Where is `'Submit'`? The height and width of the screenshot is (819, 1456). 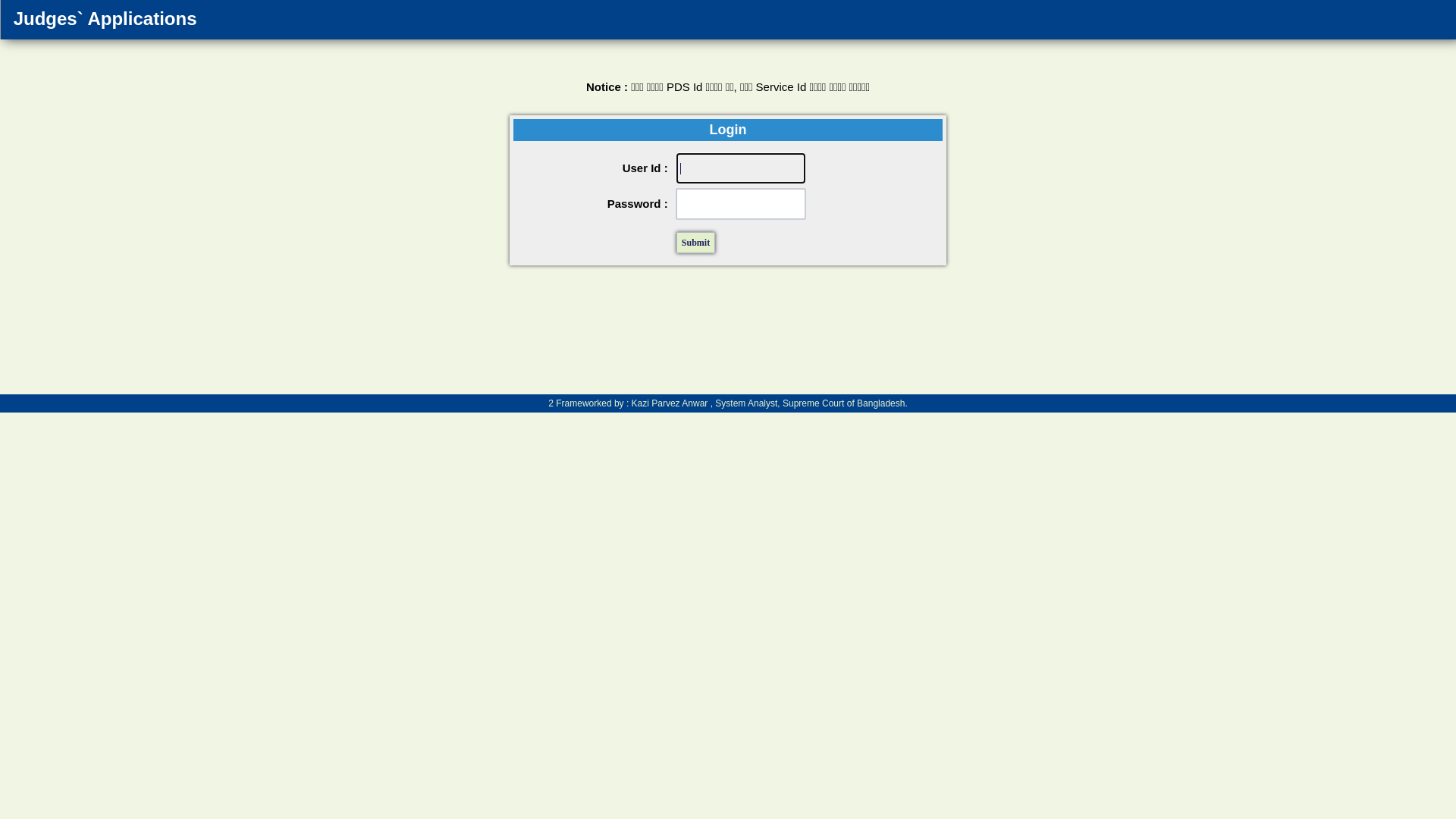
'Submit' is located at coordinates (695, 242).